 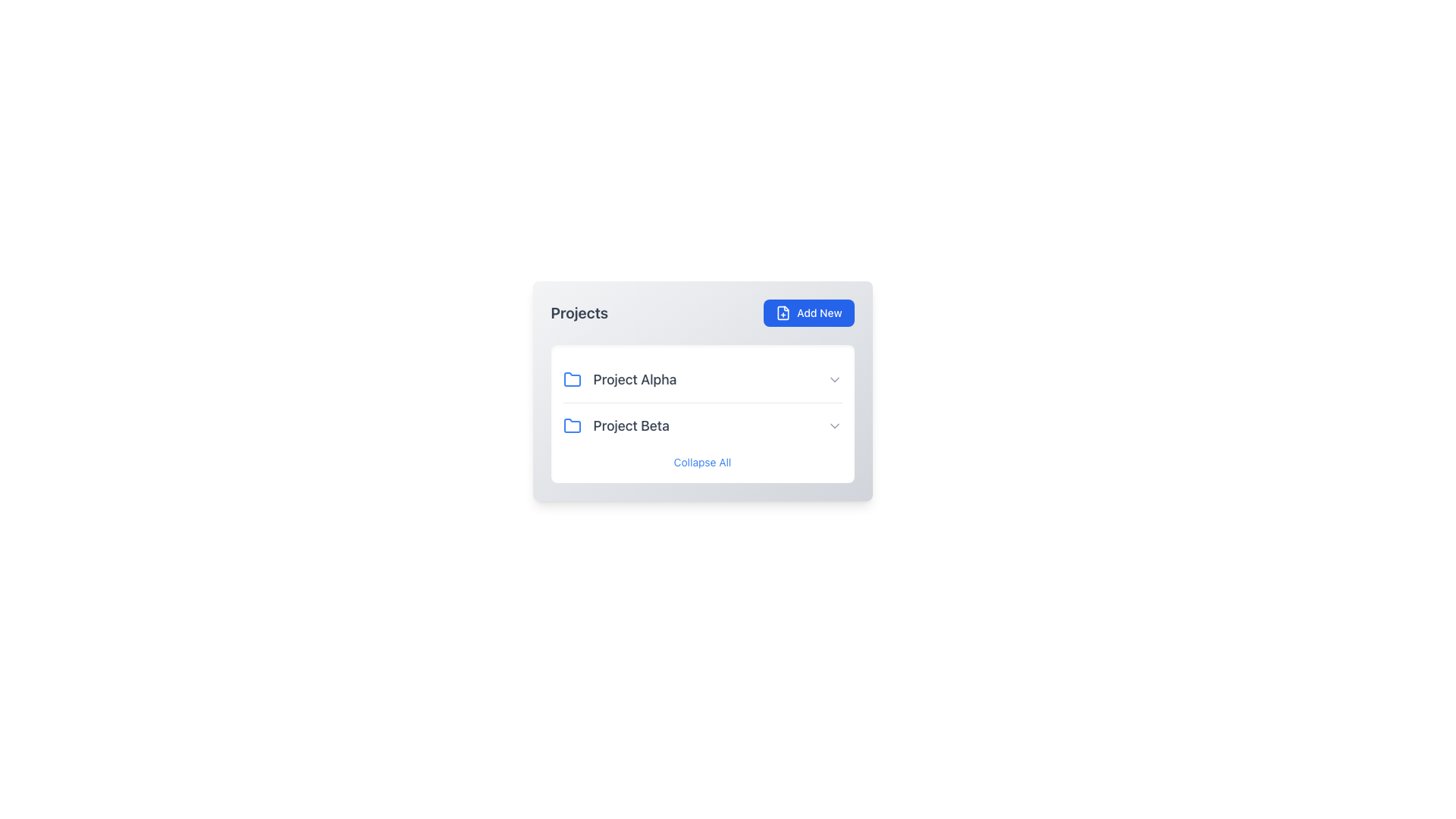 What do you see at coordinates (701, 461) in the screenshot?
I see `the 'Collapse All' interactive link text which is styled in blue and shows an underline effect on hover, located at the bottom of the 'Projects' section` at bounding box center [701, 461].